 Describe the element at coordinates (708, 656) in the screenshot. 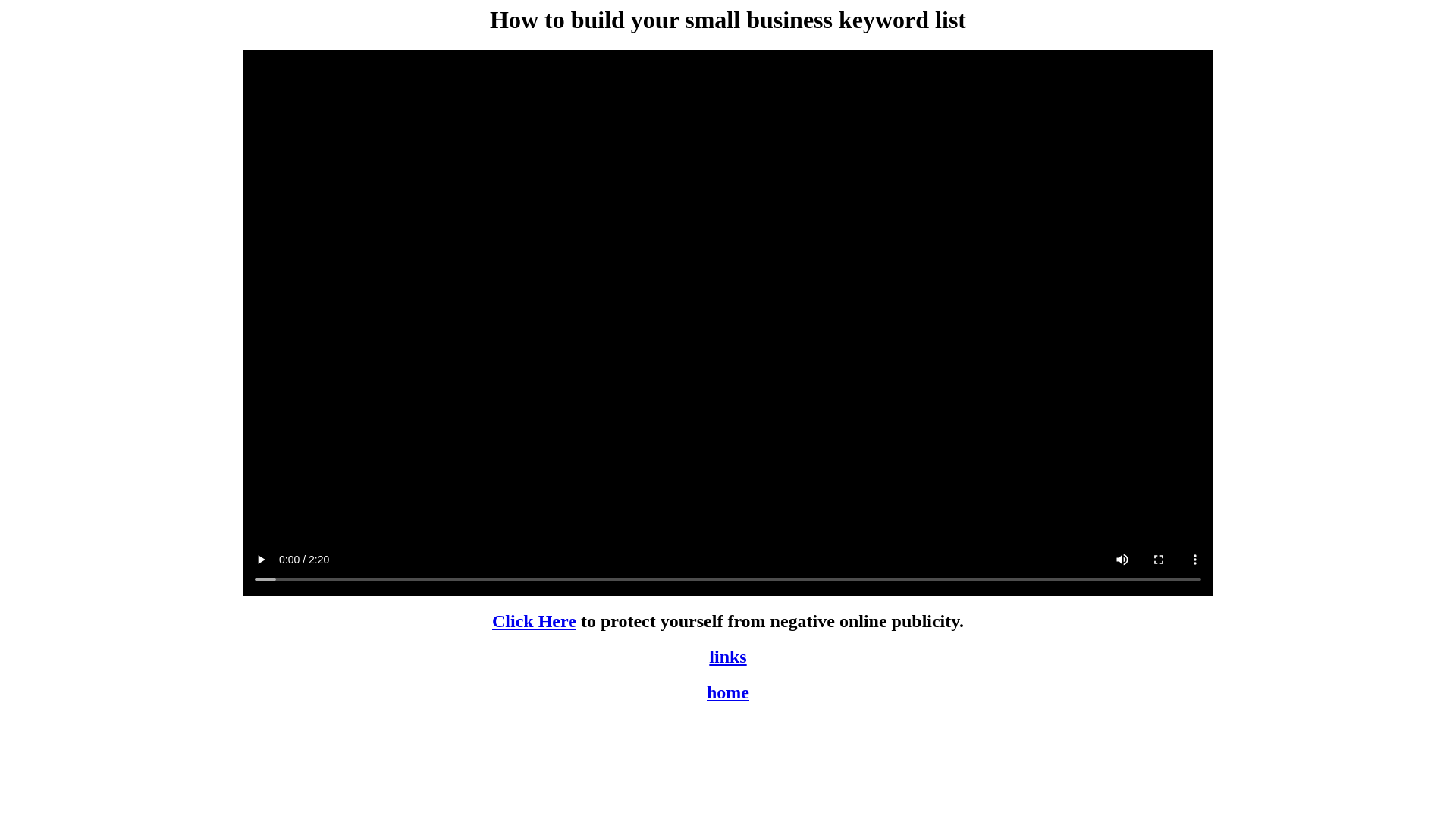

I see `'links'` at that location.